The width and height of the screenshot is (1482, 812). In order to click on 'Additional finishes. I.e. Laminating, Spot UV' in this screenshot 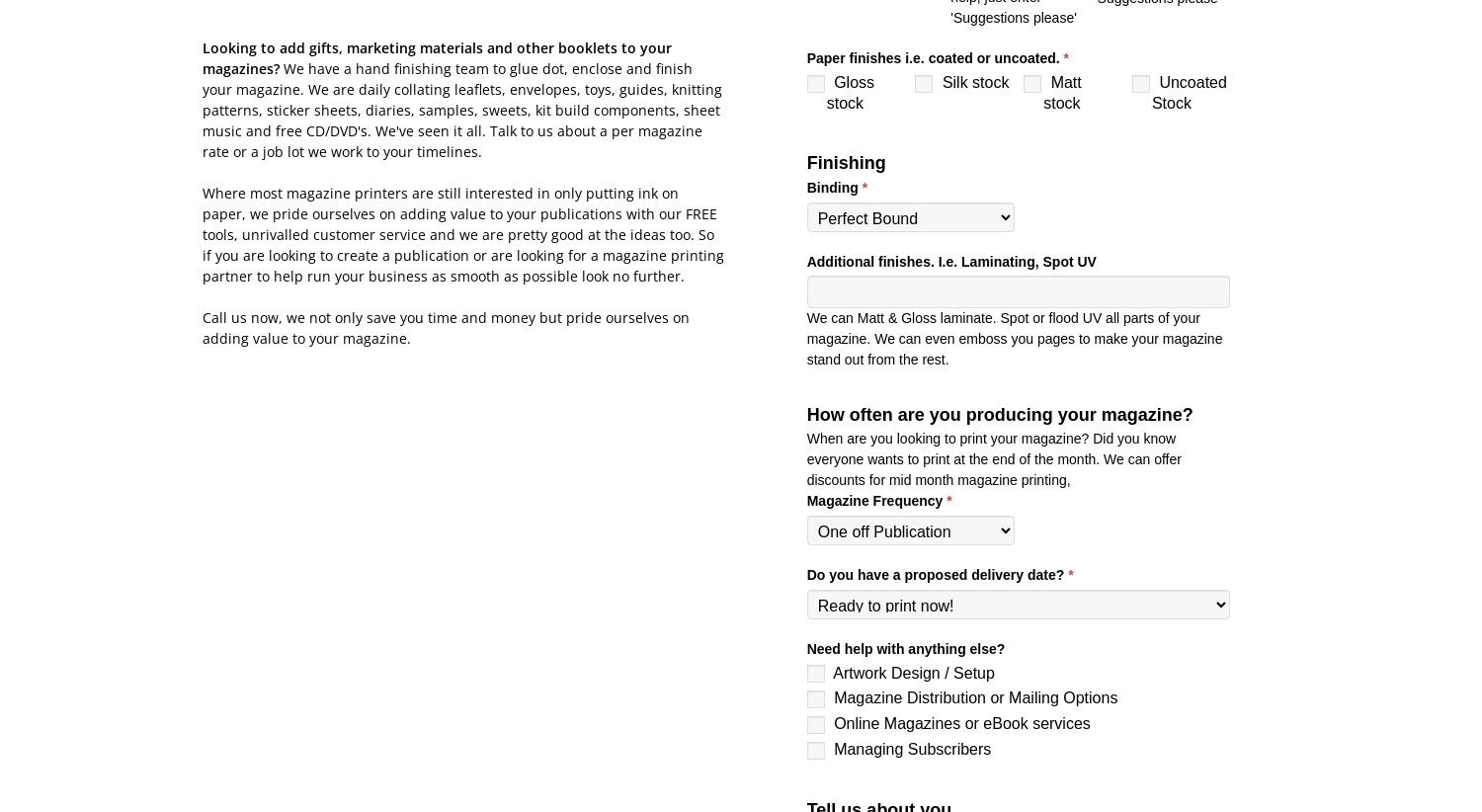, I will do `click(805, 260)`.